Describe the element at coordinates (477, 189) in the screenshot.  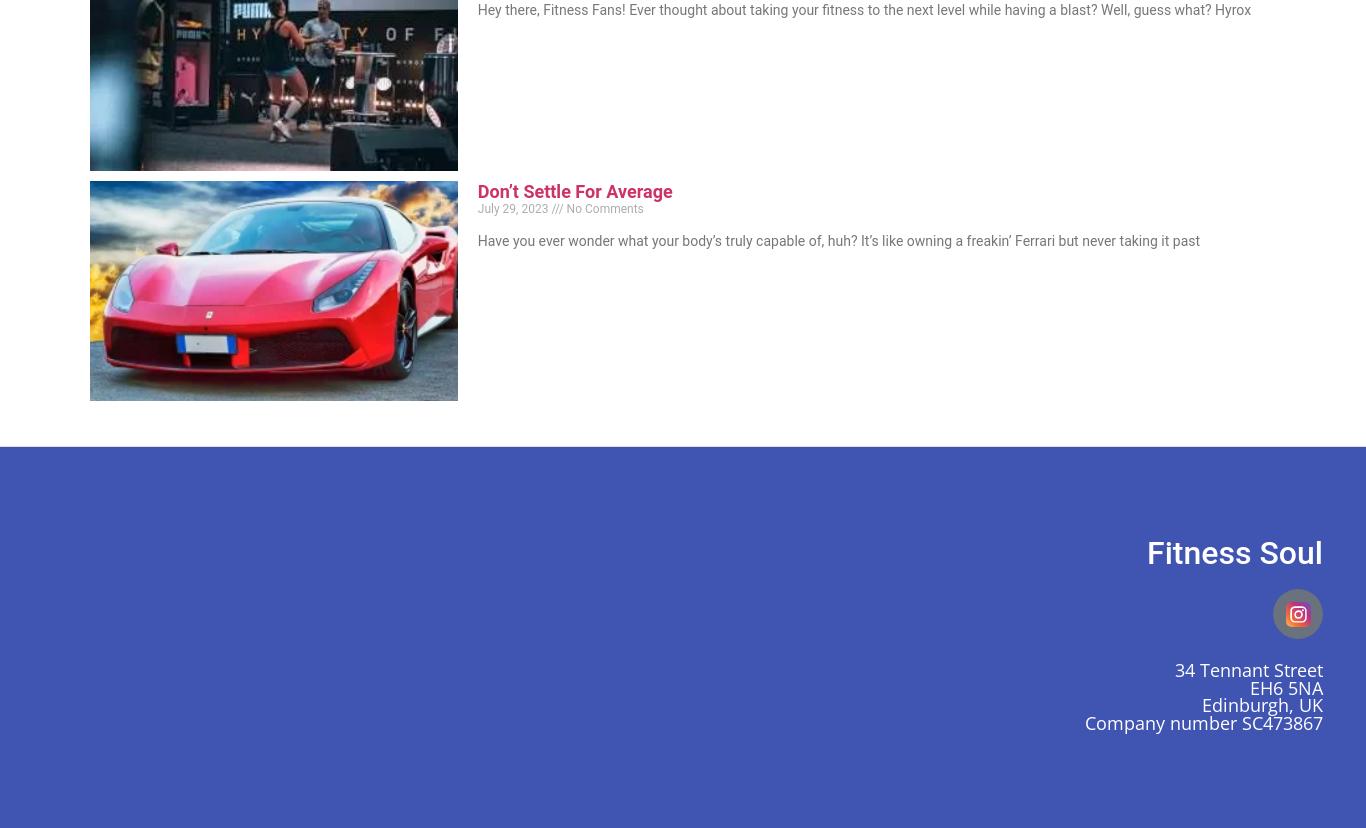
I see `'Don’t Settle For Average'` at that location.